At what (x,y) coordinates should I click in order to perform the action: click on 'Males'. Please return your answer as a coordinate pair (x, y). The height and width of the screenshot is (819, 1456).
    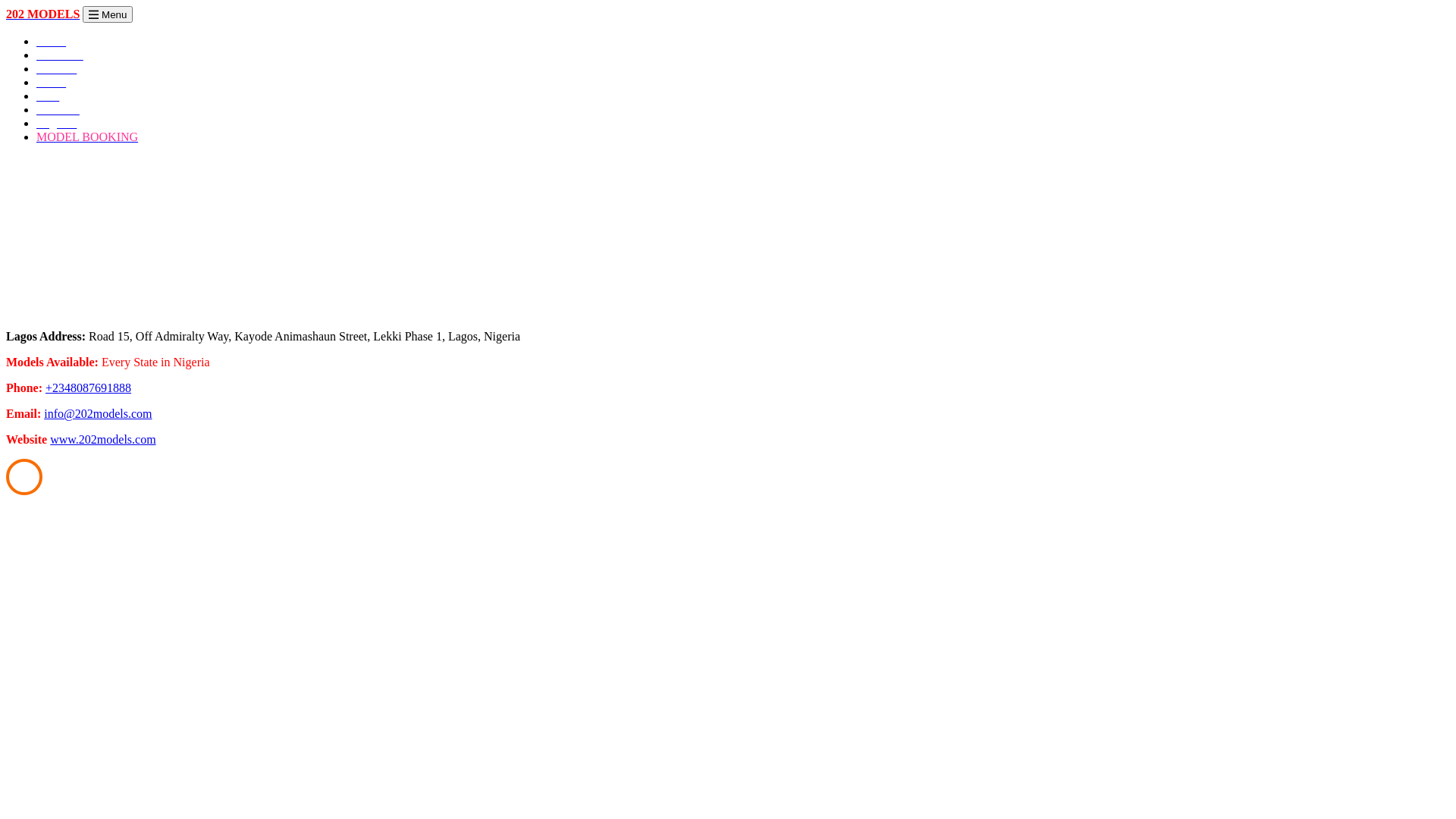
    Looking at the image, I should click on (51, 82).